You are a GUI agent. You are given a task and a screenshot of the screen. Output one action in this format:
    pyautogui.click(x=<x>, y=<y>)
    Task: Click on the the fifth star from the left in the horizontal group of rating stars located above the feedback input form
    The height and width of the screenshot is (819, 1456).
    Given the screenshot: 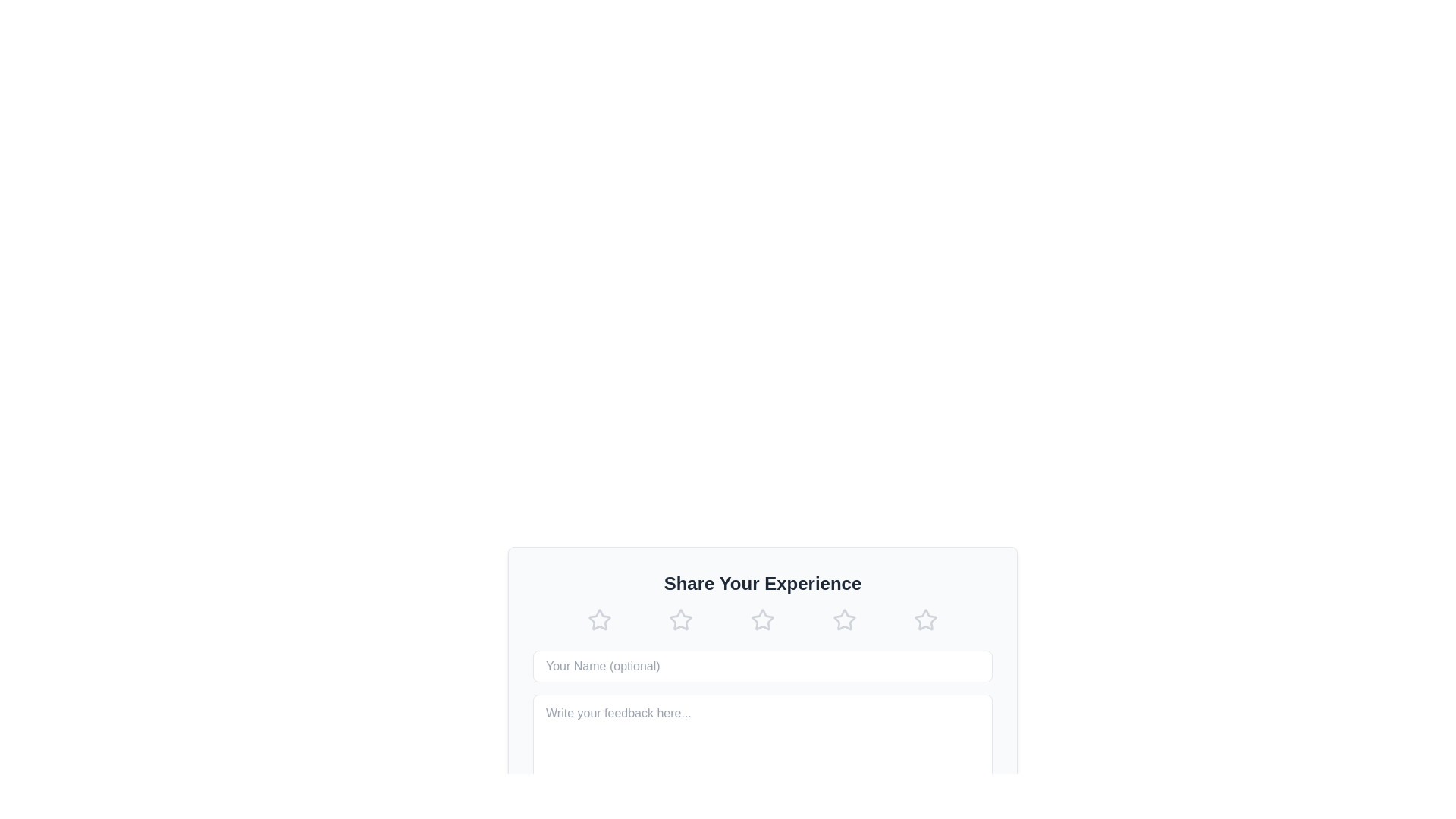 What is the action you would take?
    pyautogui.click(x=925, y=620)
    